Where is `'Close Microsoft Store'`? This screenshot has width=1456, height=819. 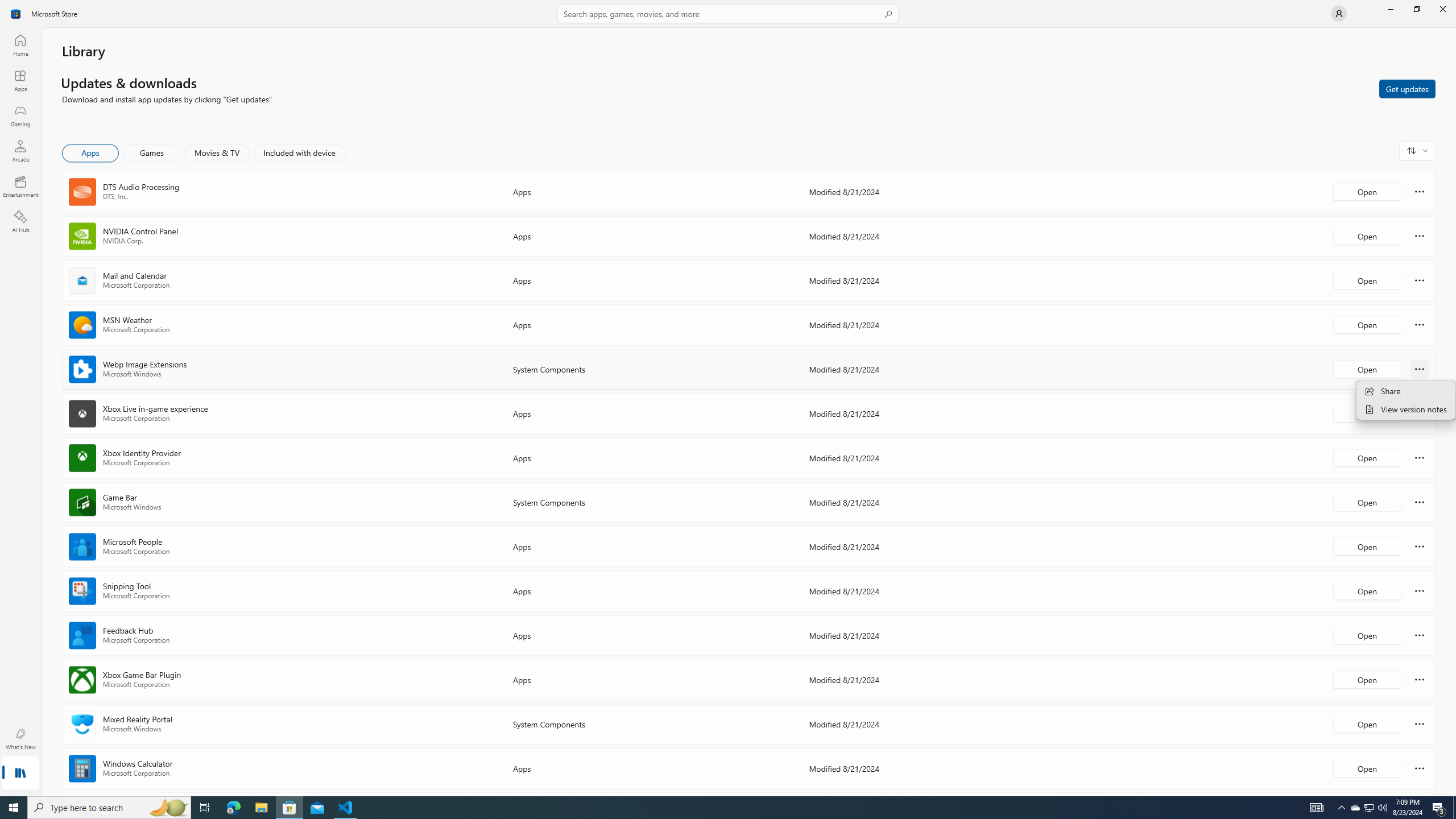
'Close Microsoft Store' is located at coordinates (1442, 9).